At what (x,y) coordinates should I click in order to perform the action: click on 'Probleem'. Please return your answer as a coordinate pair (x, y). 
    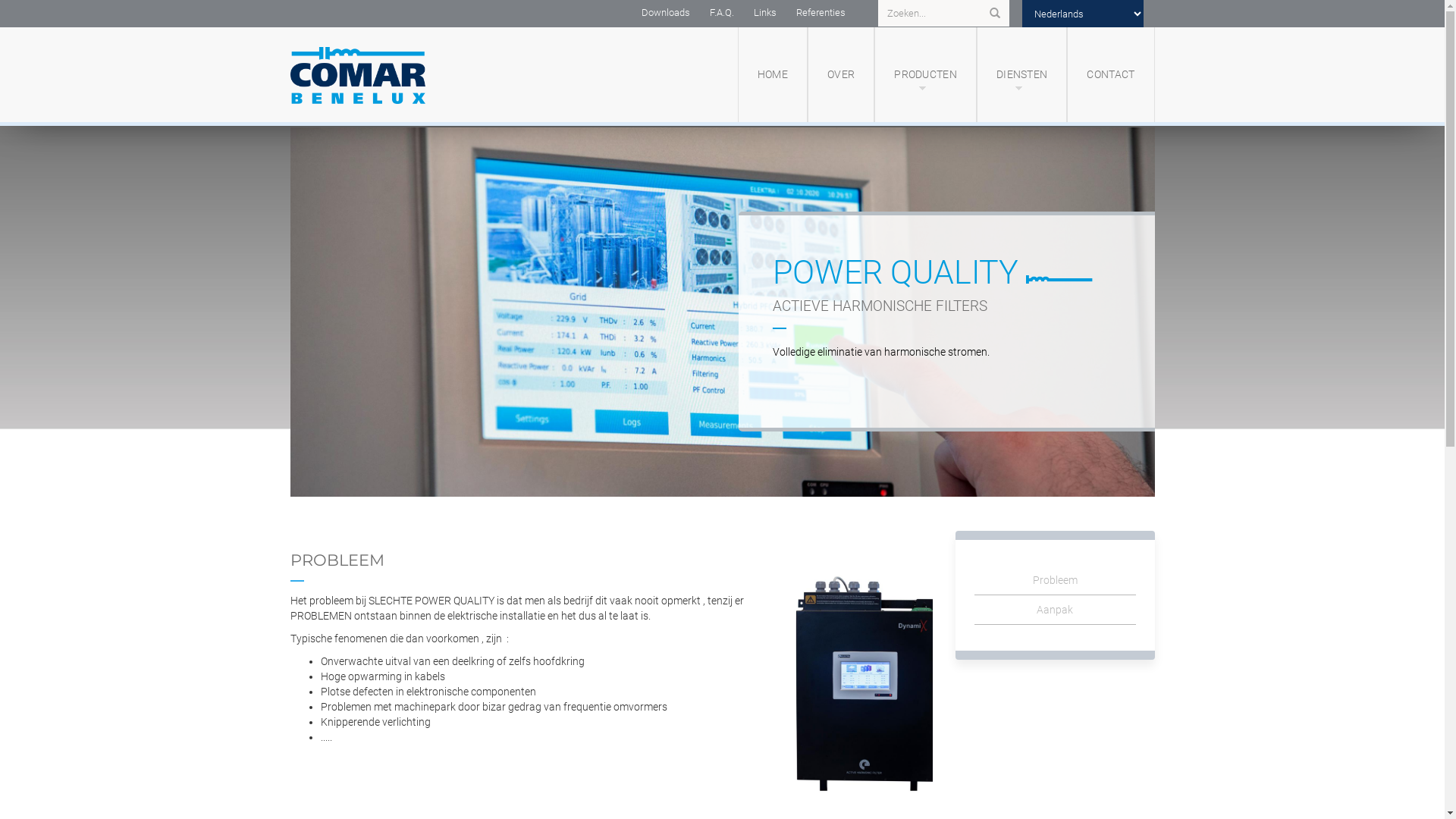
    Looking at the image, I should click on (974, 580).